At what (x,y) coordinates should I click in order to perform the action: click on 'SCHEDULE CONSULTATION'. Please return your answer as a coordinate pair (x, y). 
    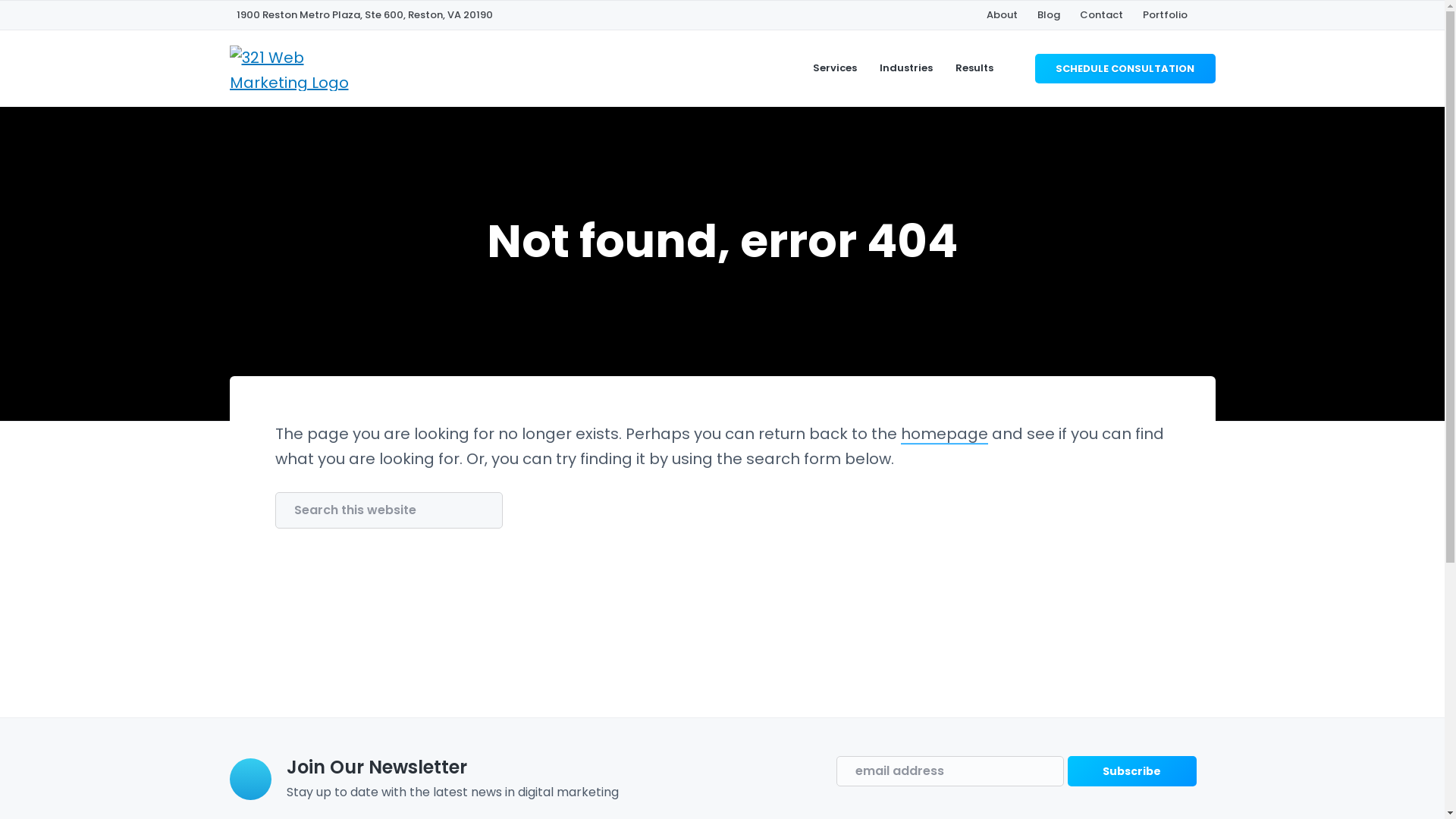
    Looking at the image, I should click on (1034, 67).